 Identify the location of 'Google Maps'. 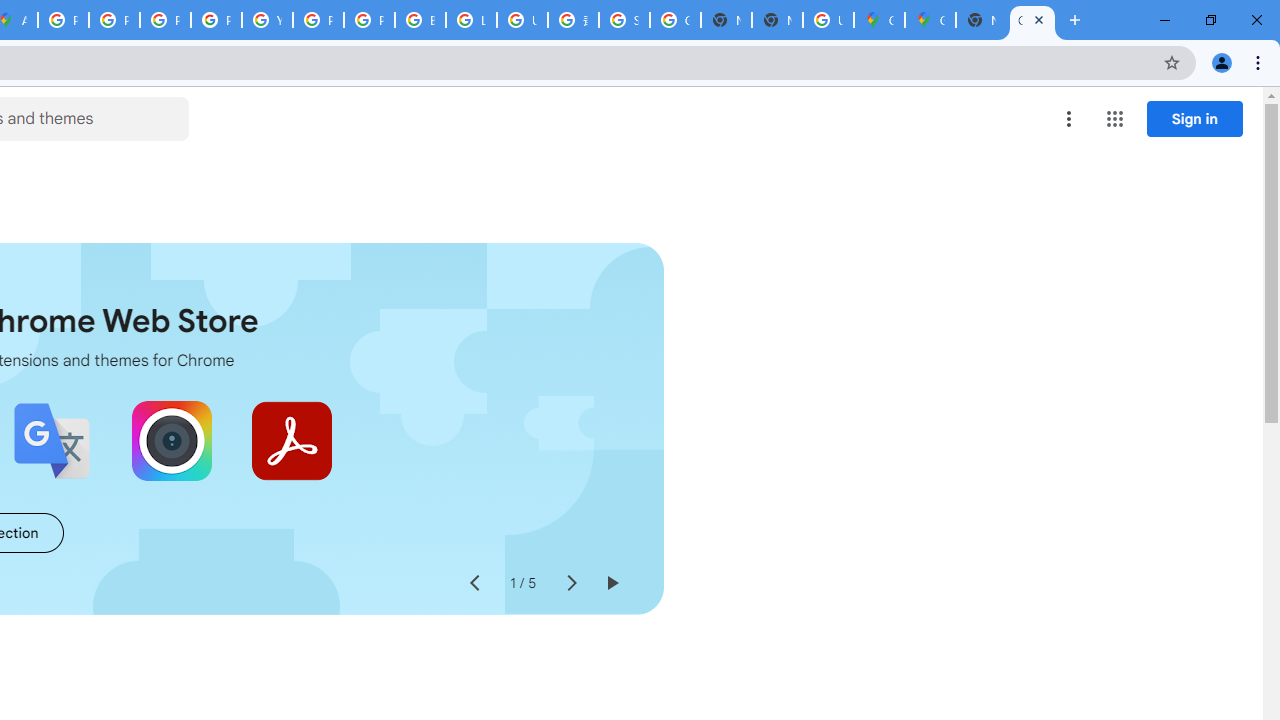
(929, 20).